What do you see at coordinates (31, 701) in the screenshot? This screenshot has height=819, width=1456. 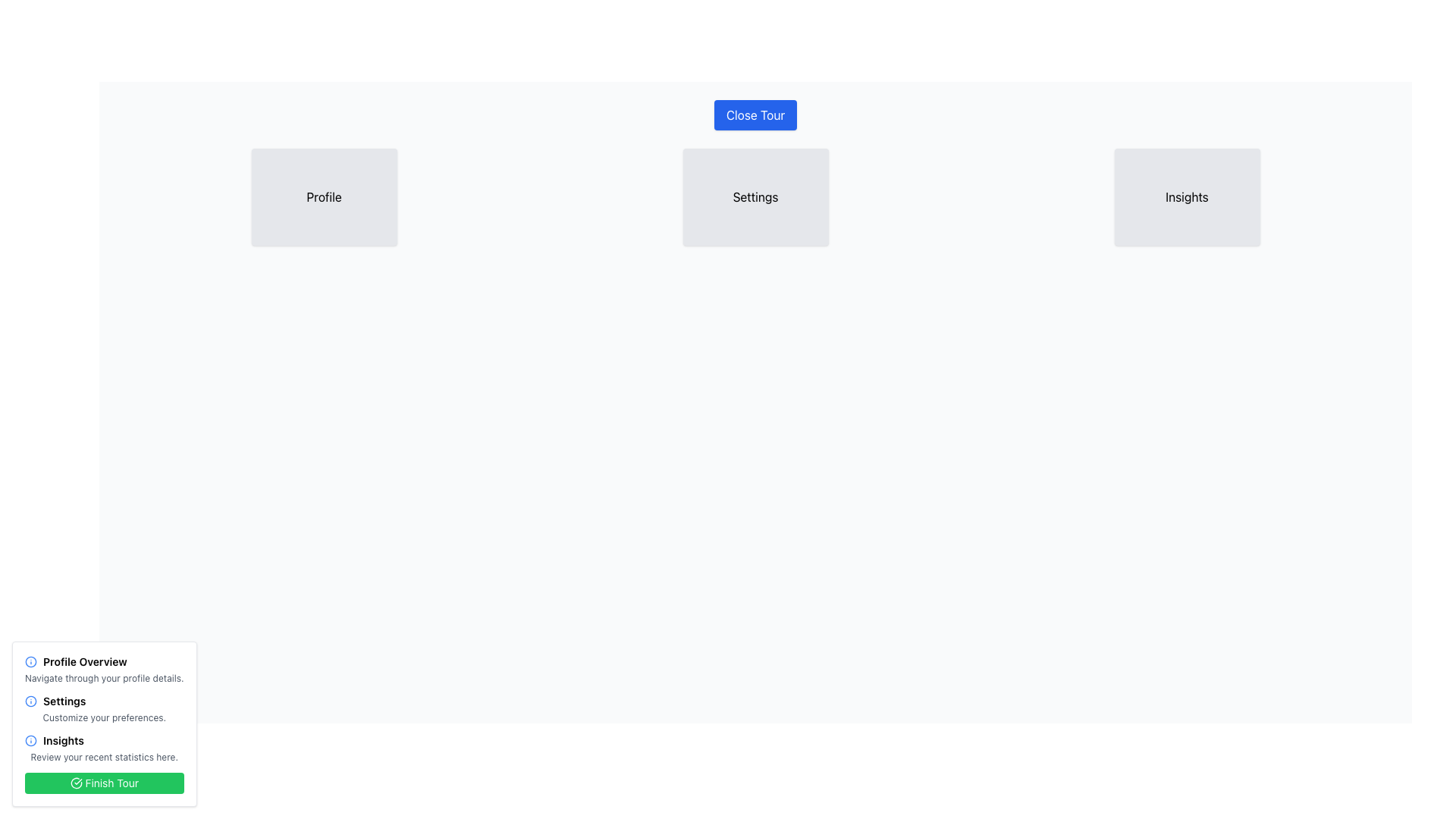 I see `the info icon located to the left of the 'Settings' label` at bounding box center [31, 701].